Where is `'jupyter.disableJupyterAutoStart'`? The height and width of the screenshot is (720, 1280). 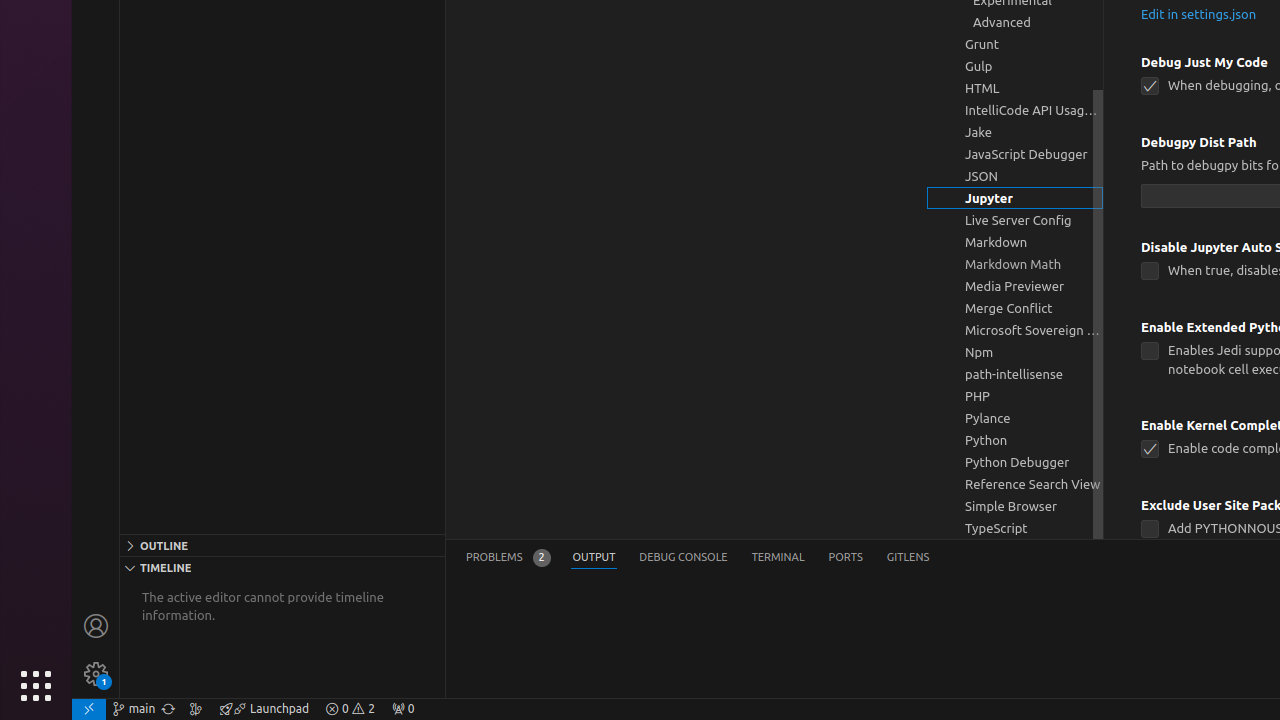
'jupyter.disableJupyterAutoStart' is located at coordinates (1149, 271).